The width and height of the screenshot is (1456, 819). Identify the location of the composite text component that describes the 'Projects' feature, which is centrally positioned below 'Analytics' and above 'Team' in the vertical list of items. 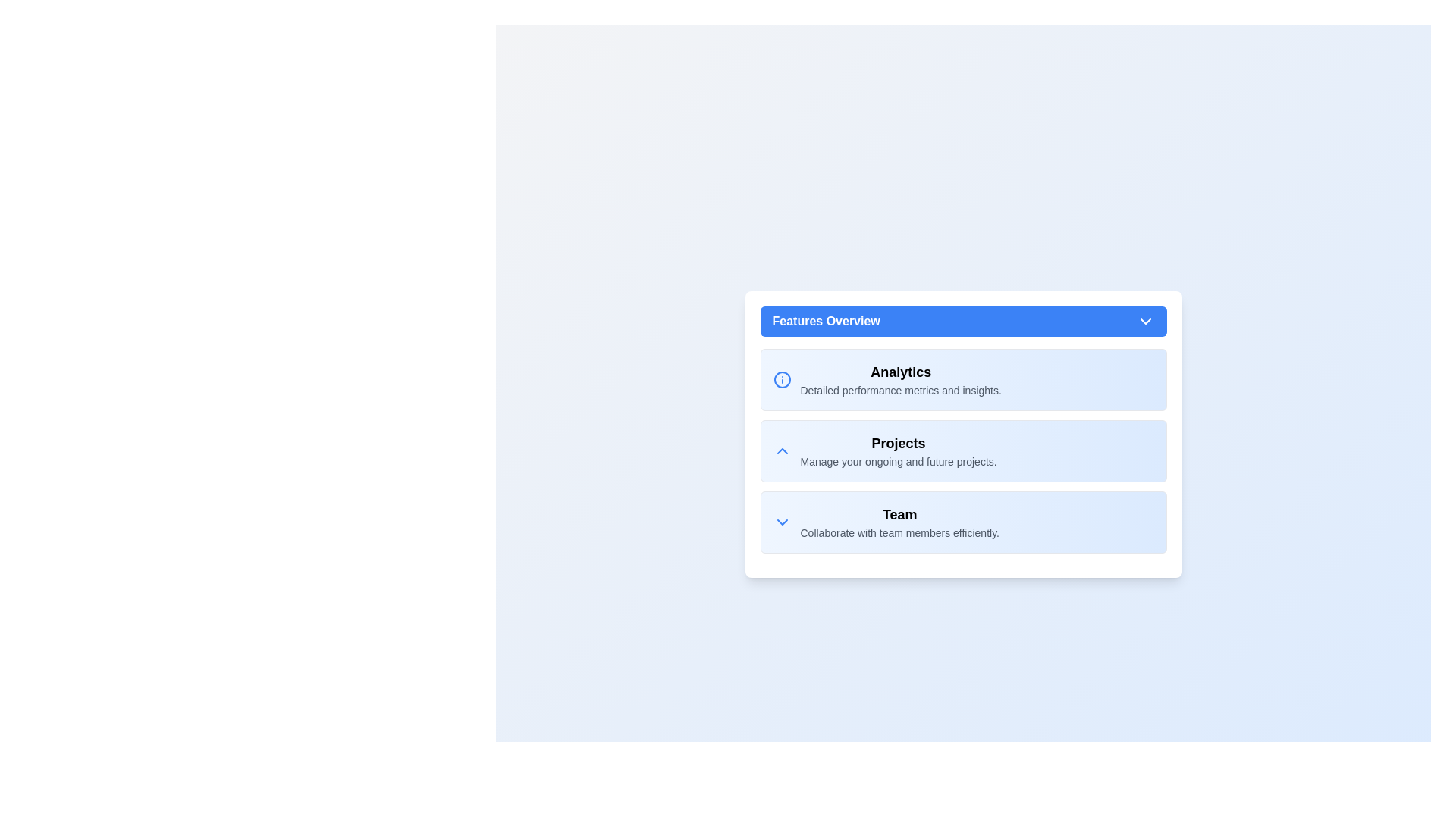
(899, 450).